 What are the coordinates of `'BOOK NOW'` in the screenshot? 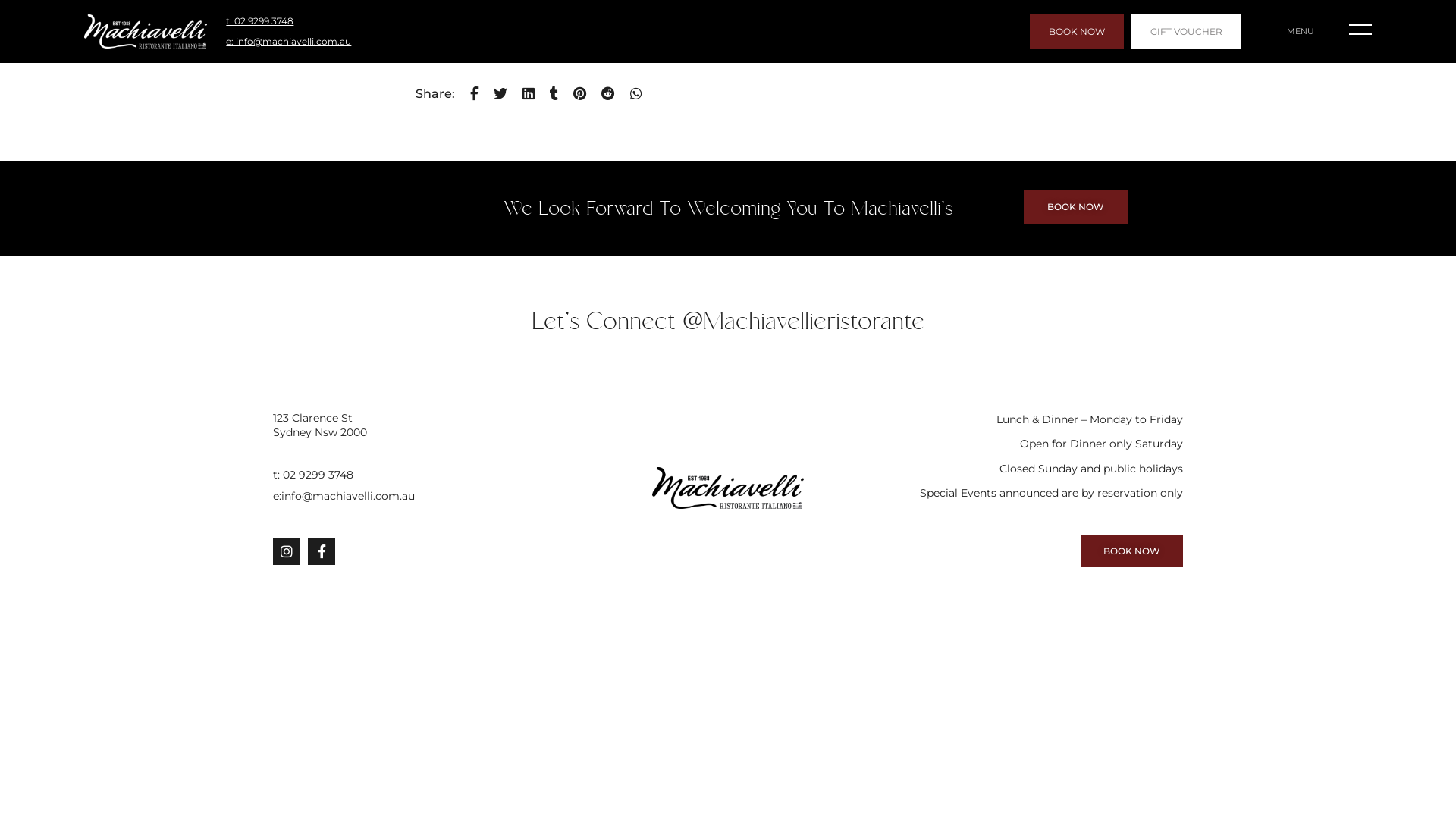 It's located at (1131, 551).